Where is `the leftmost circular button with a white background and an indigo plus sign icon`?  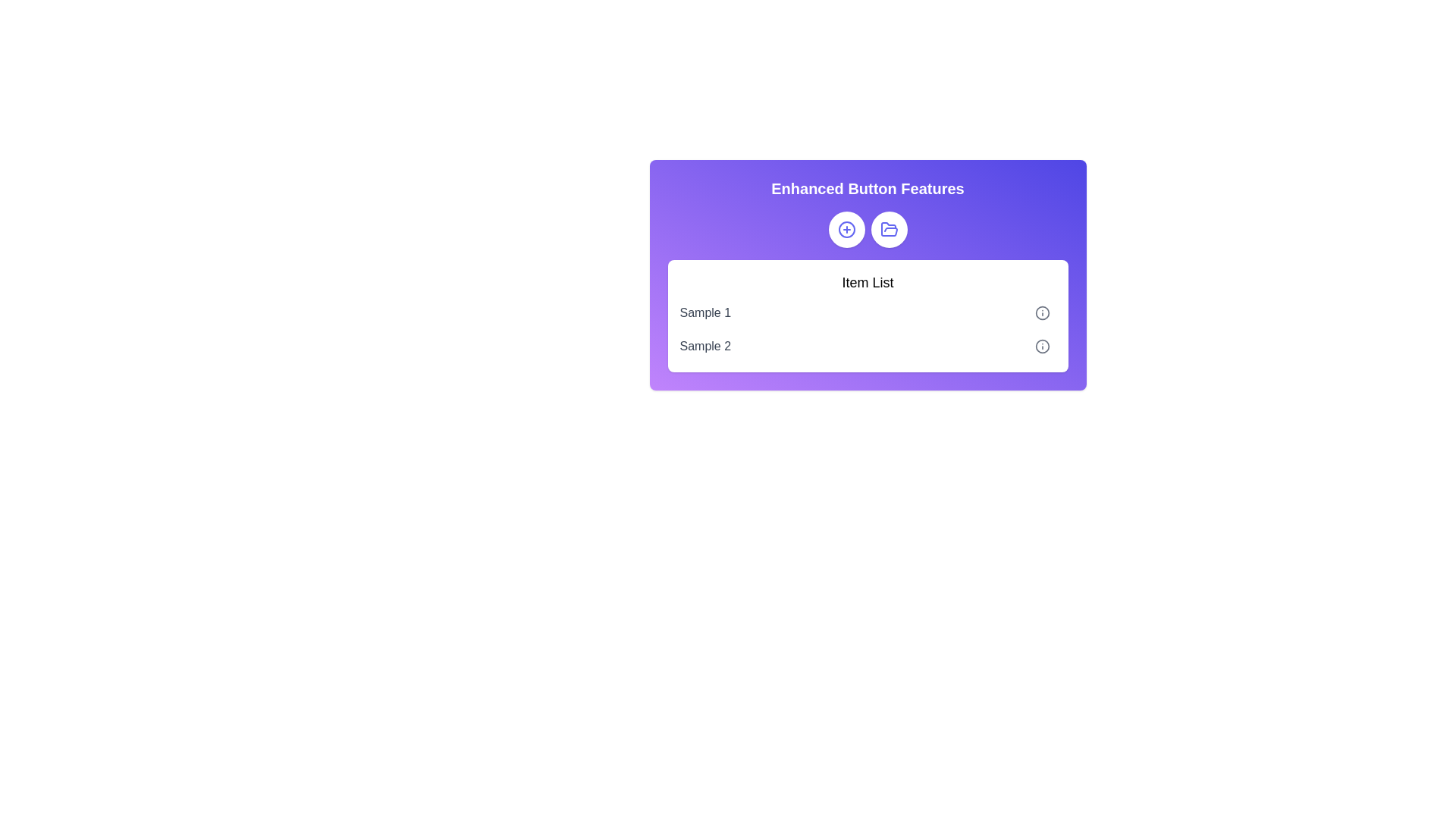 the leftmost circular button with a white background and an indigo plus sign icon is located at coordinates (846, 230).